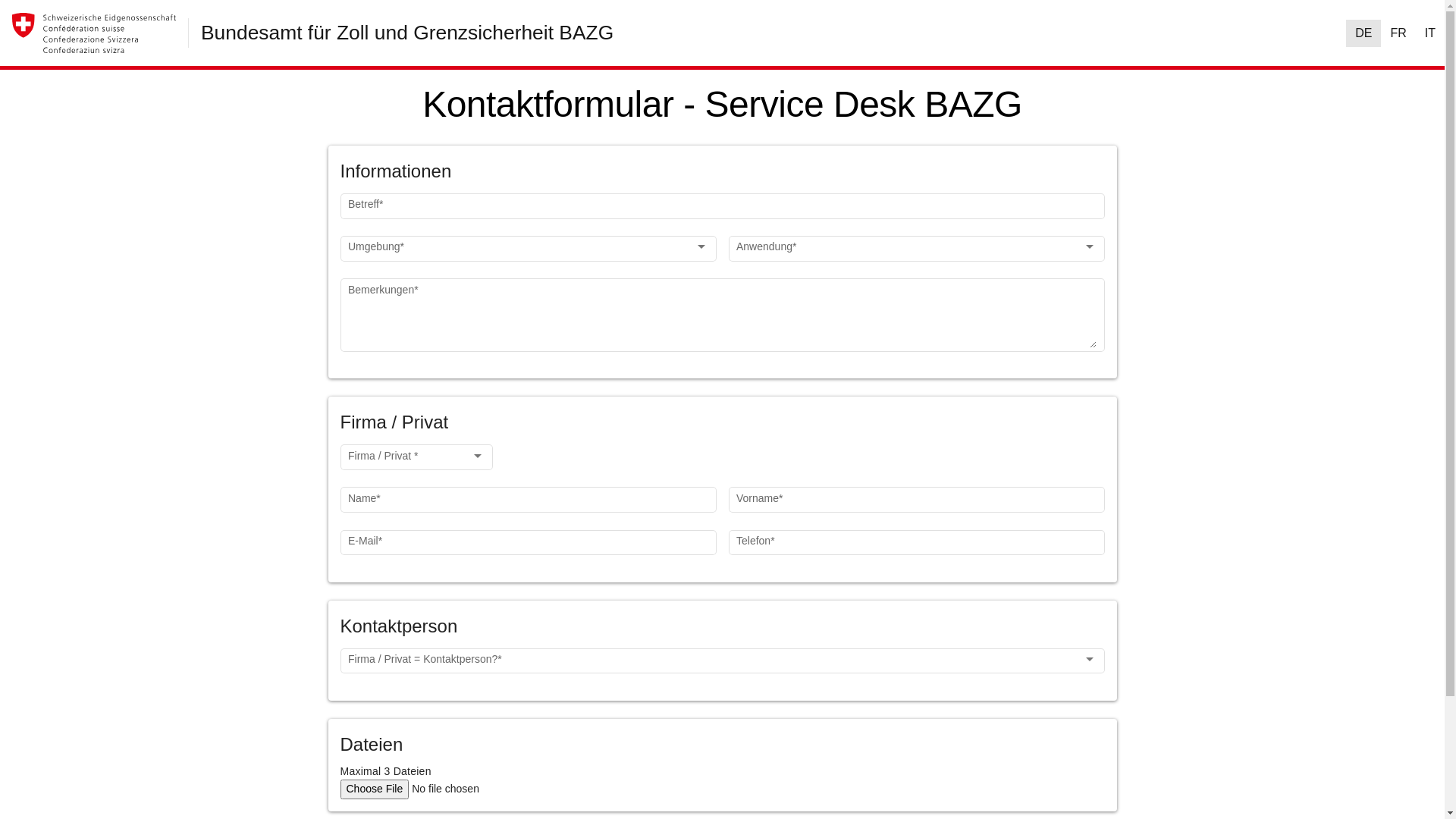  I want to click on 'DE', so click(1363, 33).